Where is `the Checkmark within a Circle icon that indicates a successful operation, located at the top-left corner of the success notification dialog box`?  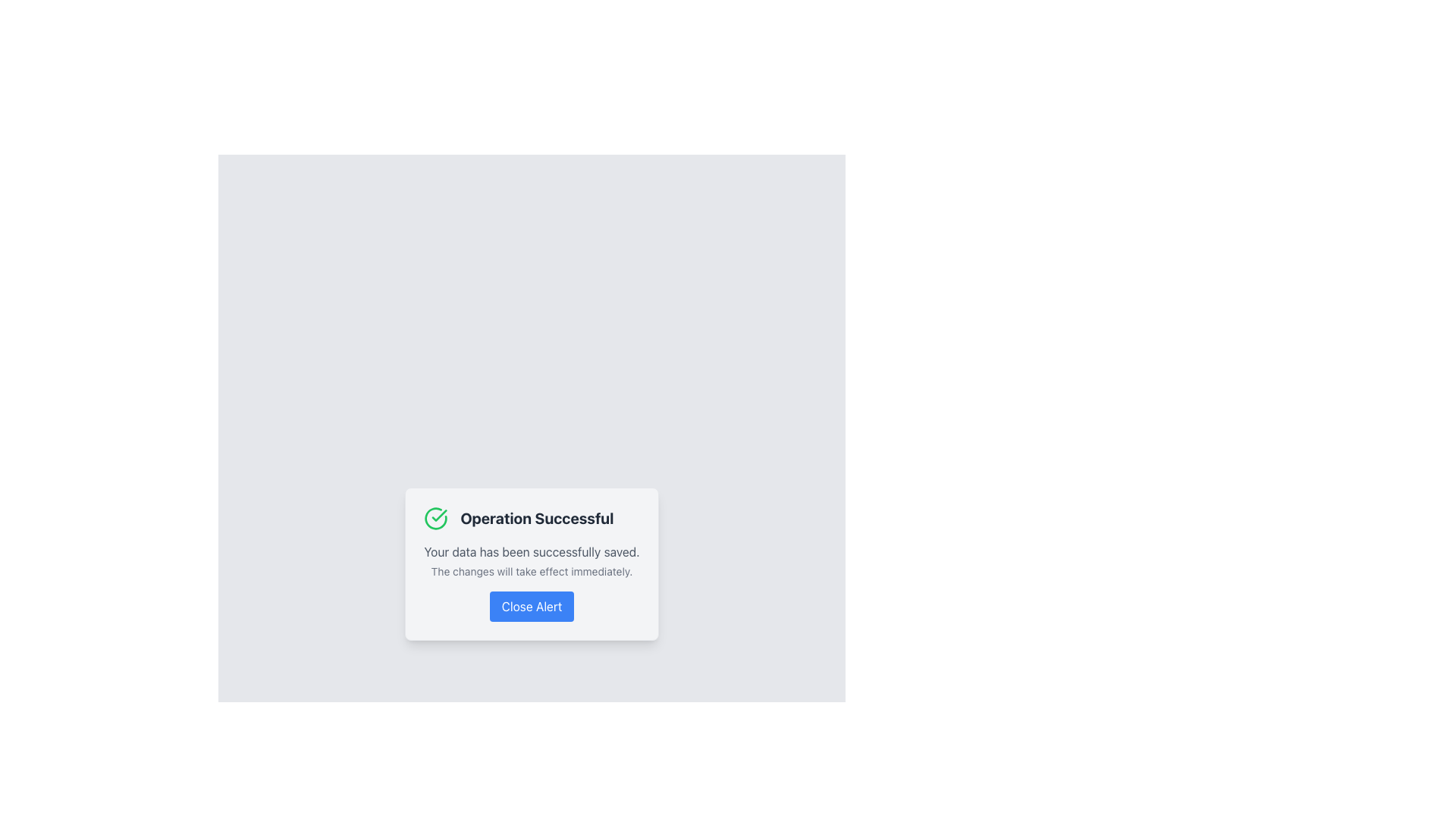 the Checkmark within a Circle icon that indicates a successful operation, located at the top-left corner of the success notification dialog box is located at coordinates (439, 514).